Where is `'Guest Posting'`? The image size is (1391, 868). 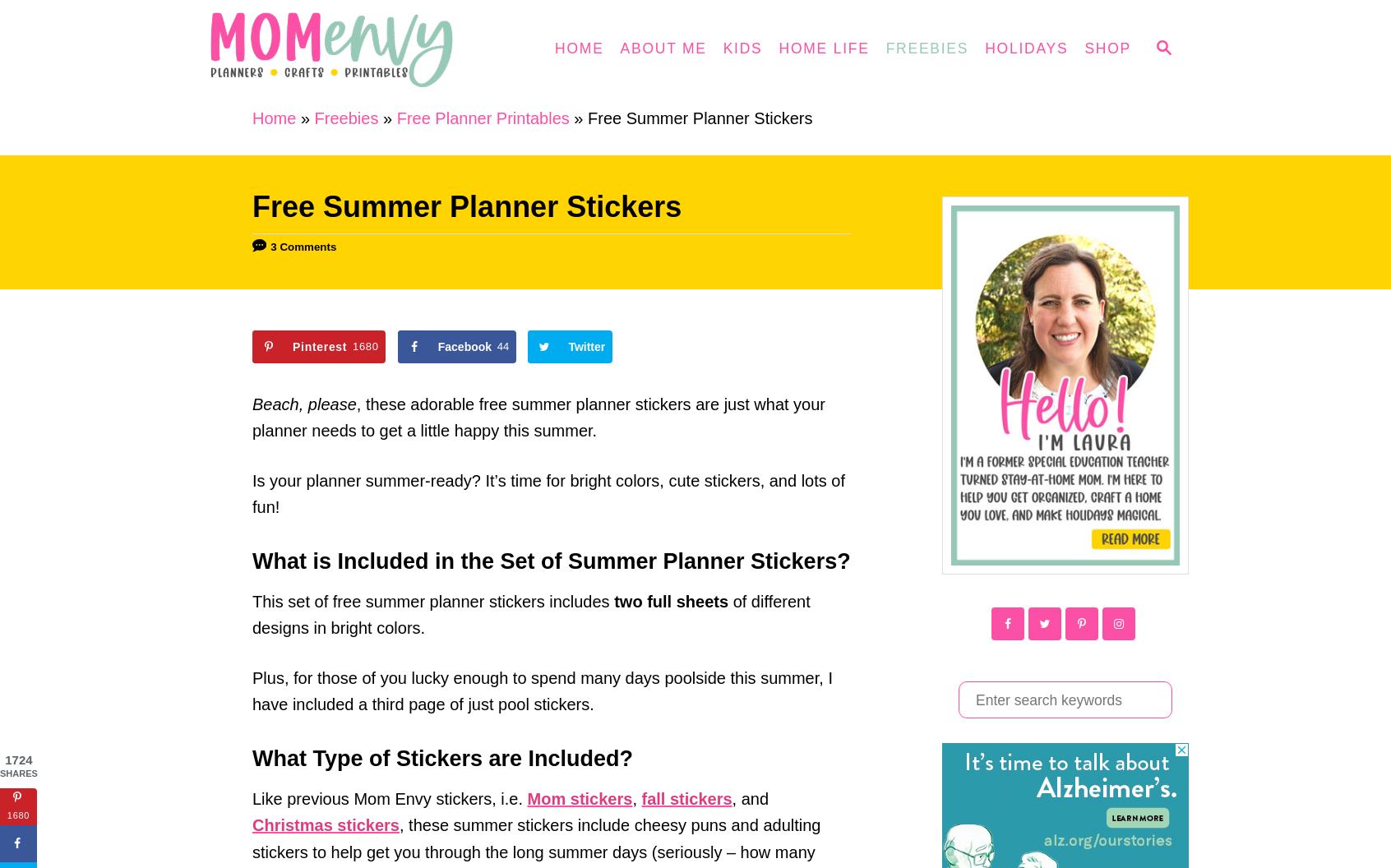
'Guest Posting' is located at coordinates (593, 304).